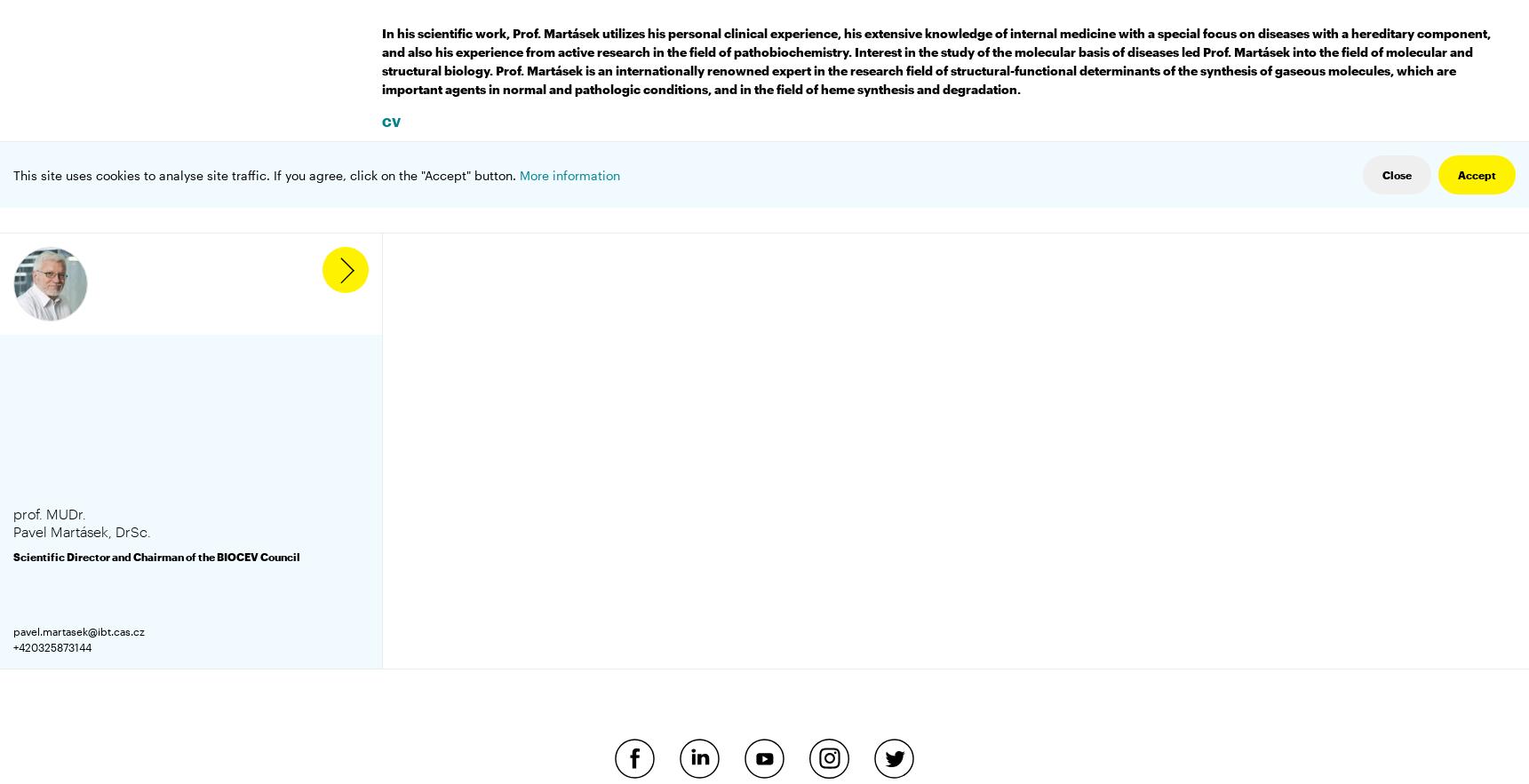 The height and width of the screenshot is (784, 1529). What do you see at coordinates (82, 530) in the screenshot?
I see `'Pavel Martásek, DrSc.'` at bounding box center [82, 530].